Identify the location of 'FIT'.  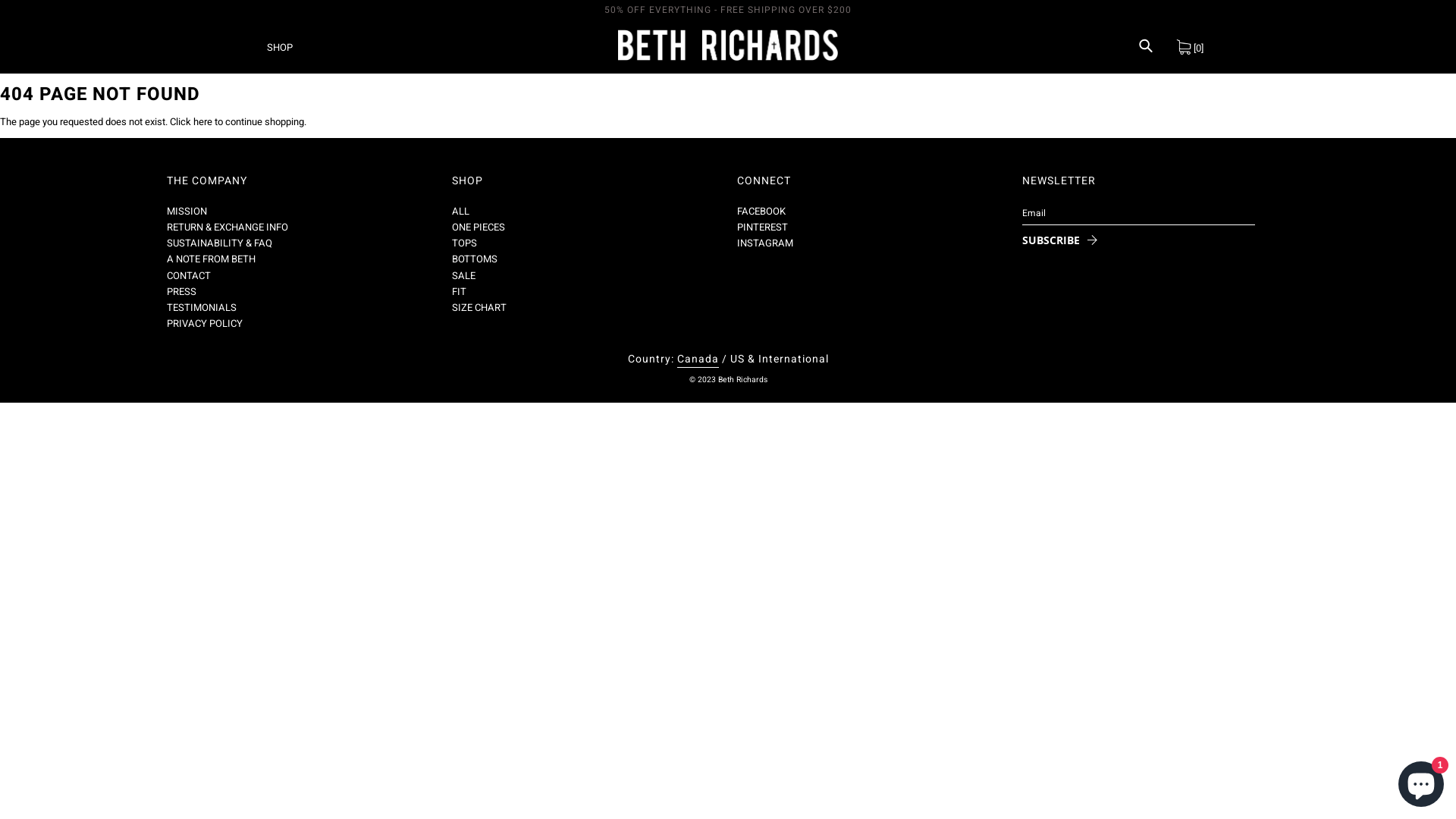
(450, 291).